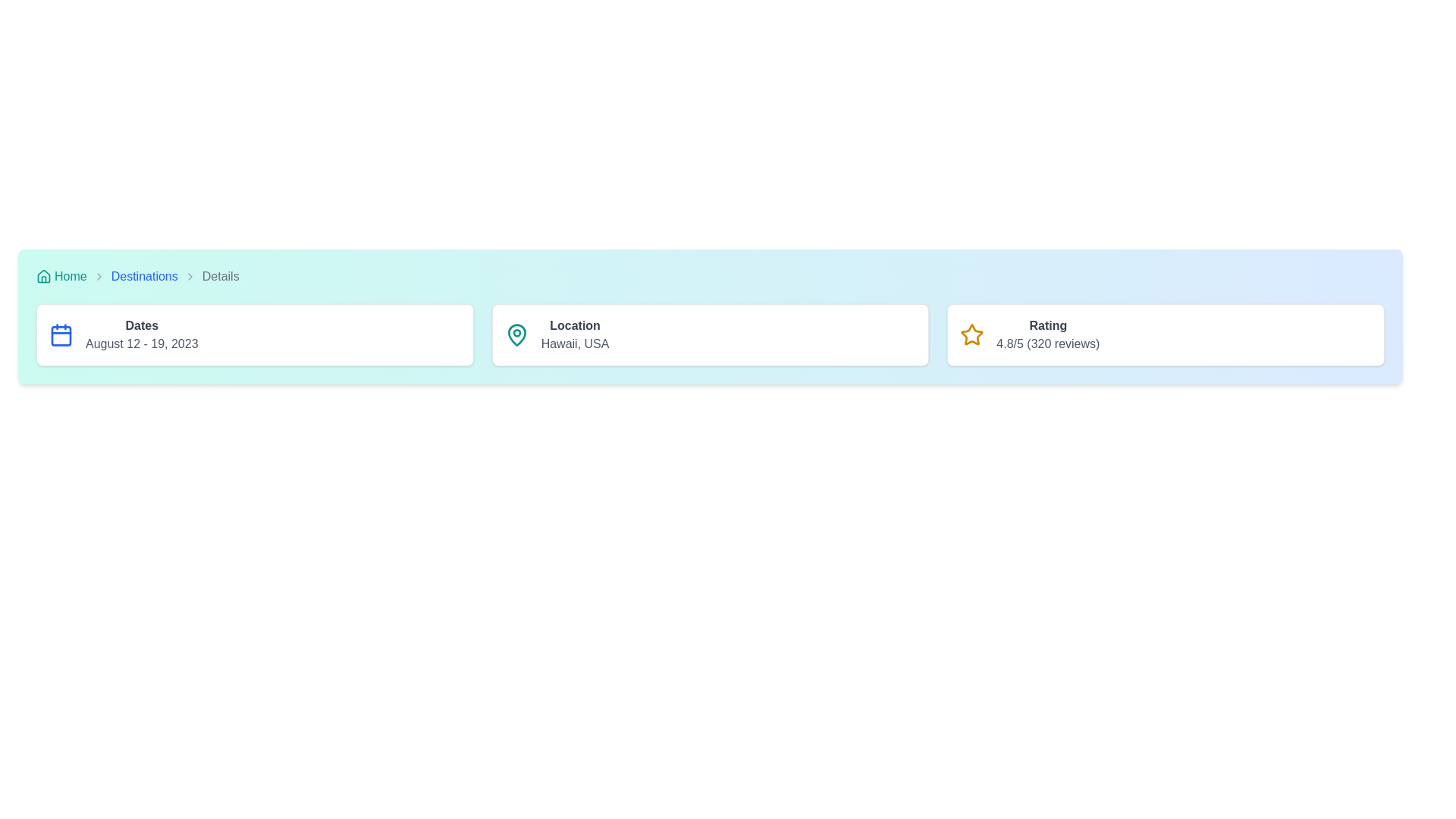  I want to click on the star icon located in the top-center area of the interface within the 'Rating' section for potential rating interaction, so click(972, 334).